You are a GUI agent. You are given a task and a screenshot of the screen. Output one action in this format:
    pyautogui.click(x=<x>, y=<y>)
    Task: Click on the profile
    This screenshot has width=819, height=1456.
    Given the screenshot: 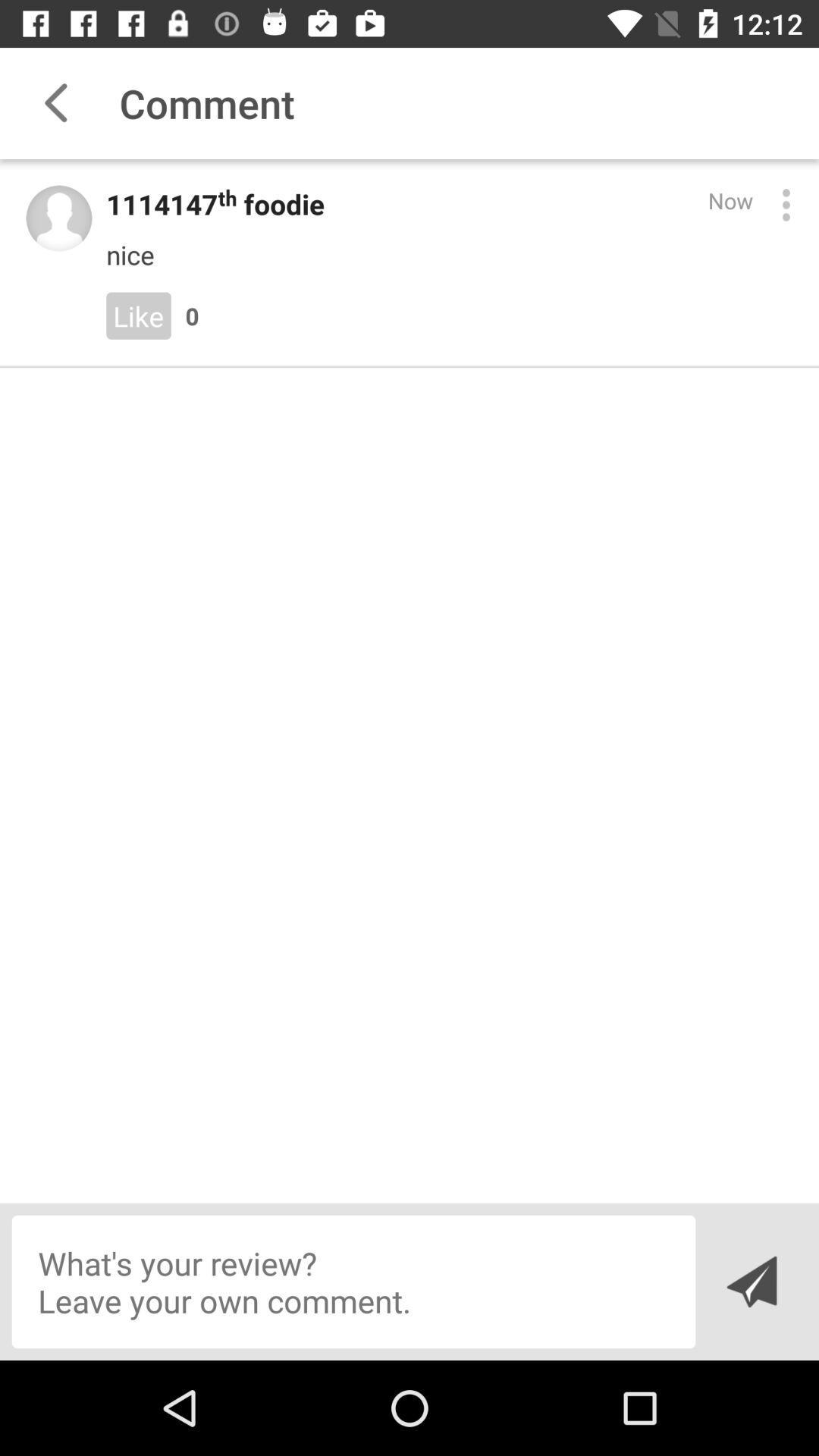 What is the action you would take?
    pyautogui.click(x=58, y=218)
    